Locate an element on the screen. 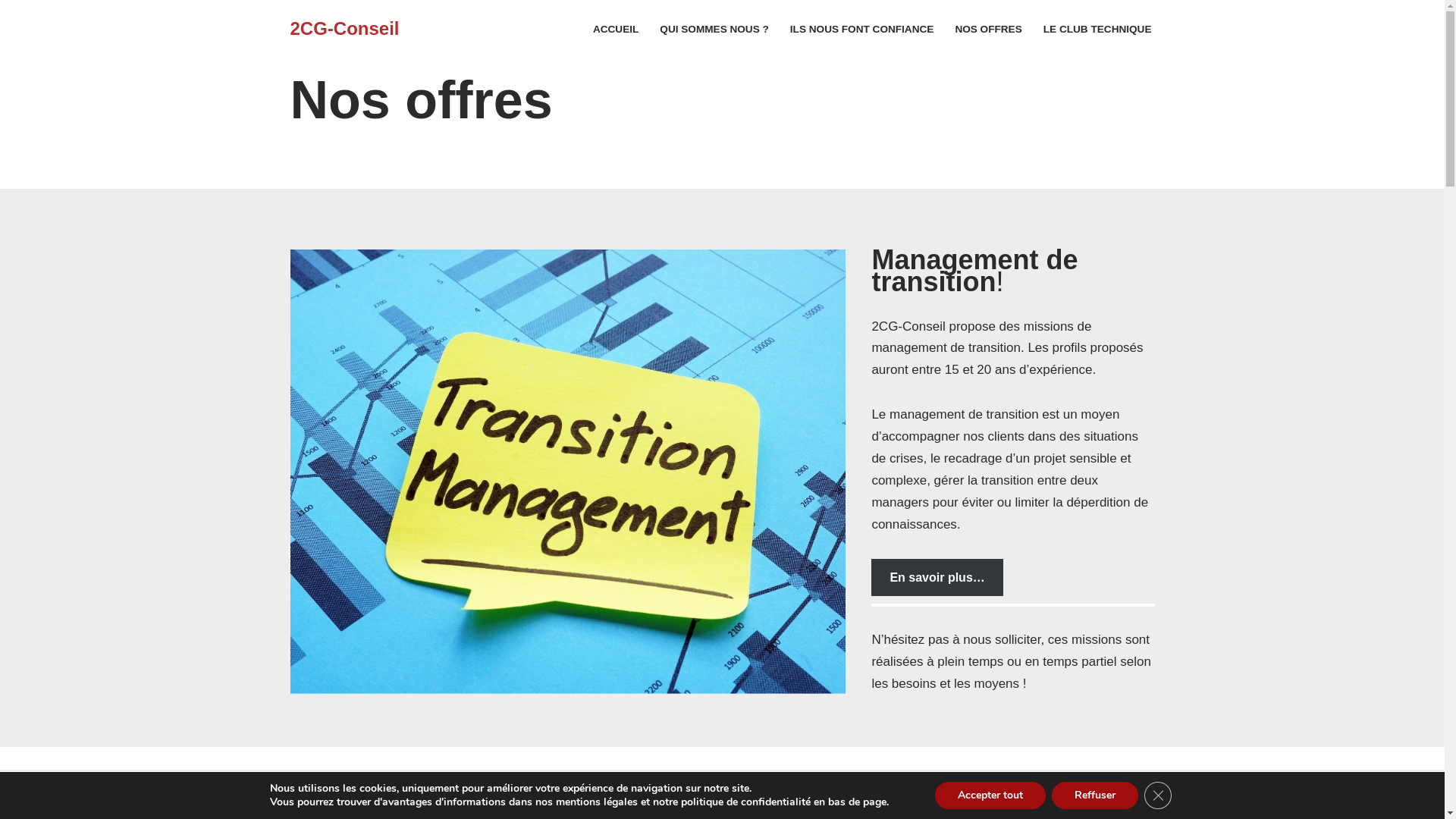 The image size is (1456, 819). 'Accepter tout' is located at coordinates (990, 795).